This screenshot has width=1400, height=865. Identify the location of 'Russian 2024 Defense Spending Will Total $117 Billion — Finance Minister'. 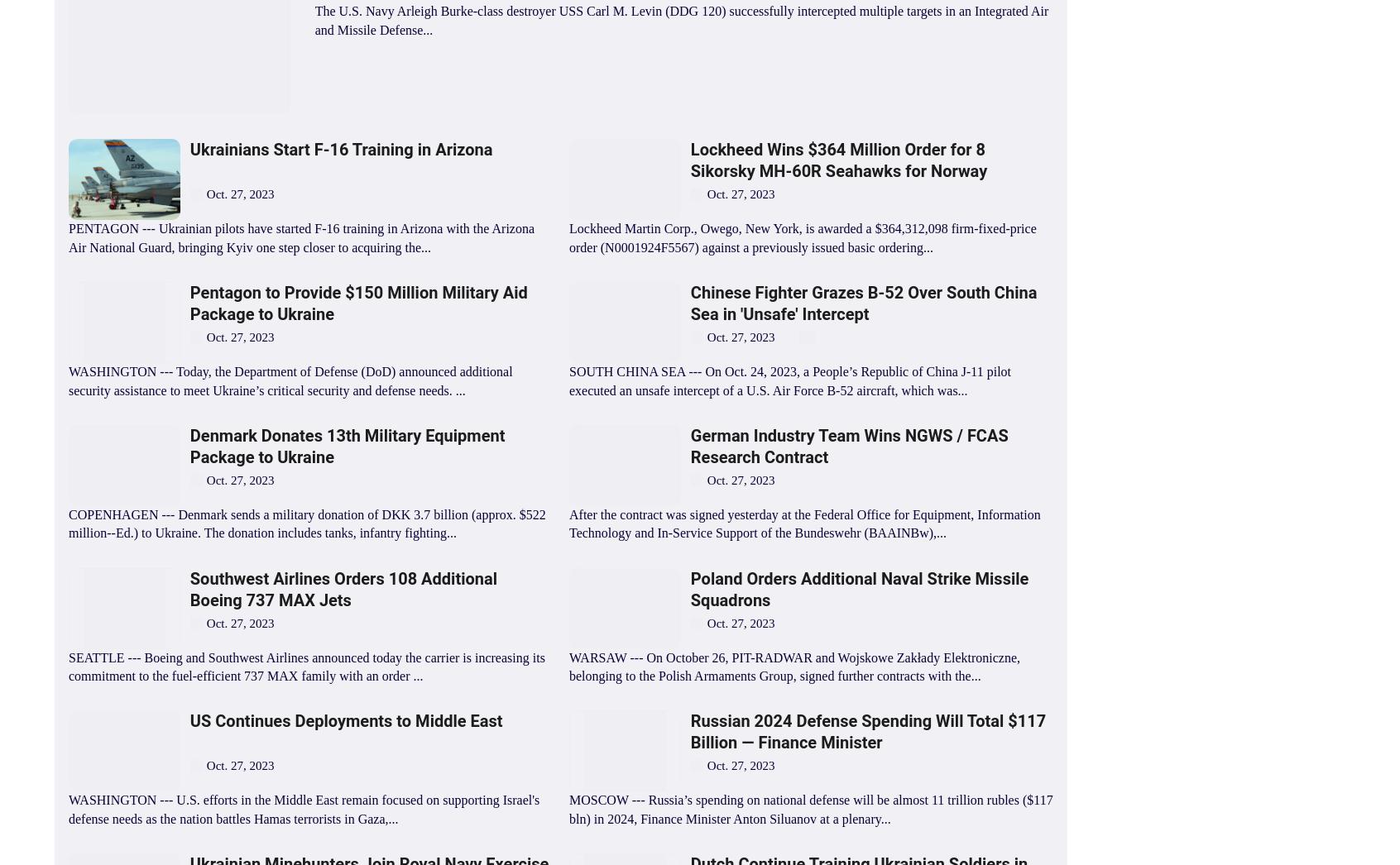
(867, 731).